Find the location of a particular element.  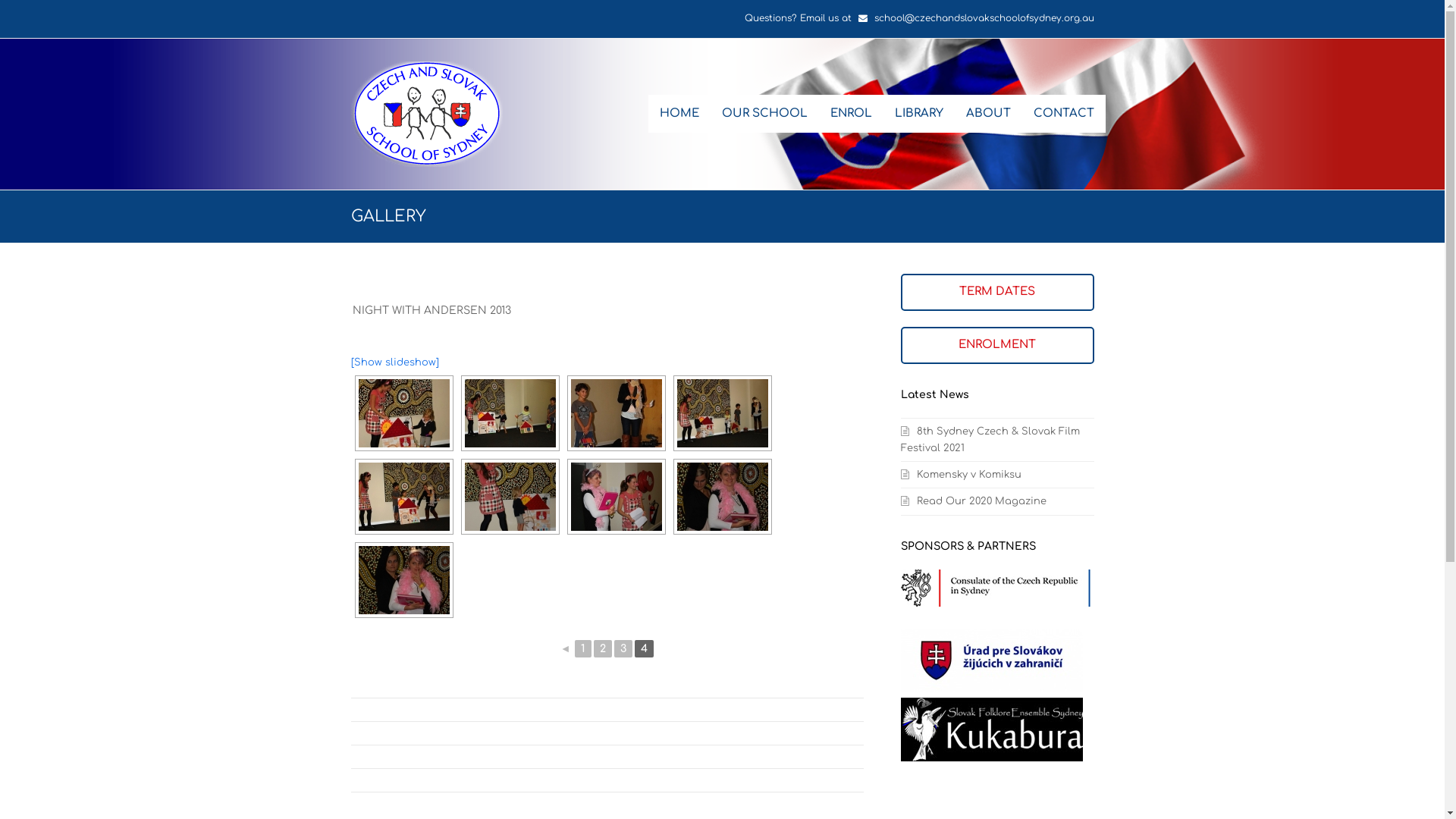

'ABOUT' is located at coordinates (987, 113).